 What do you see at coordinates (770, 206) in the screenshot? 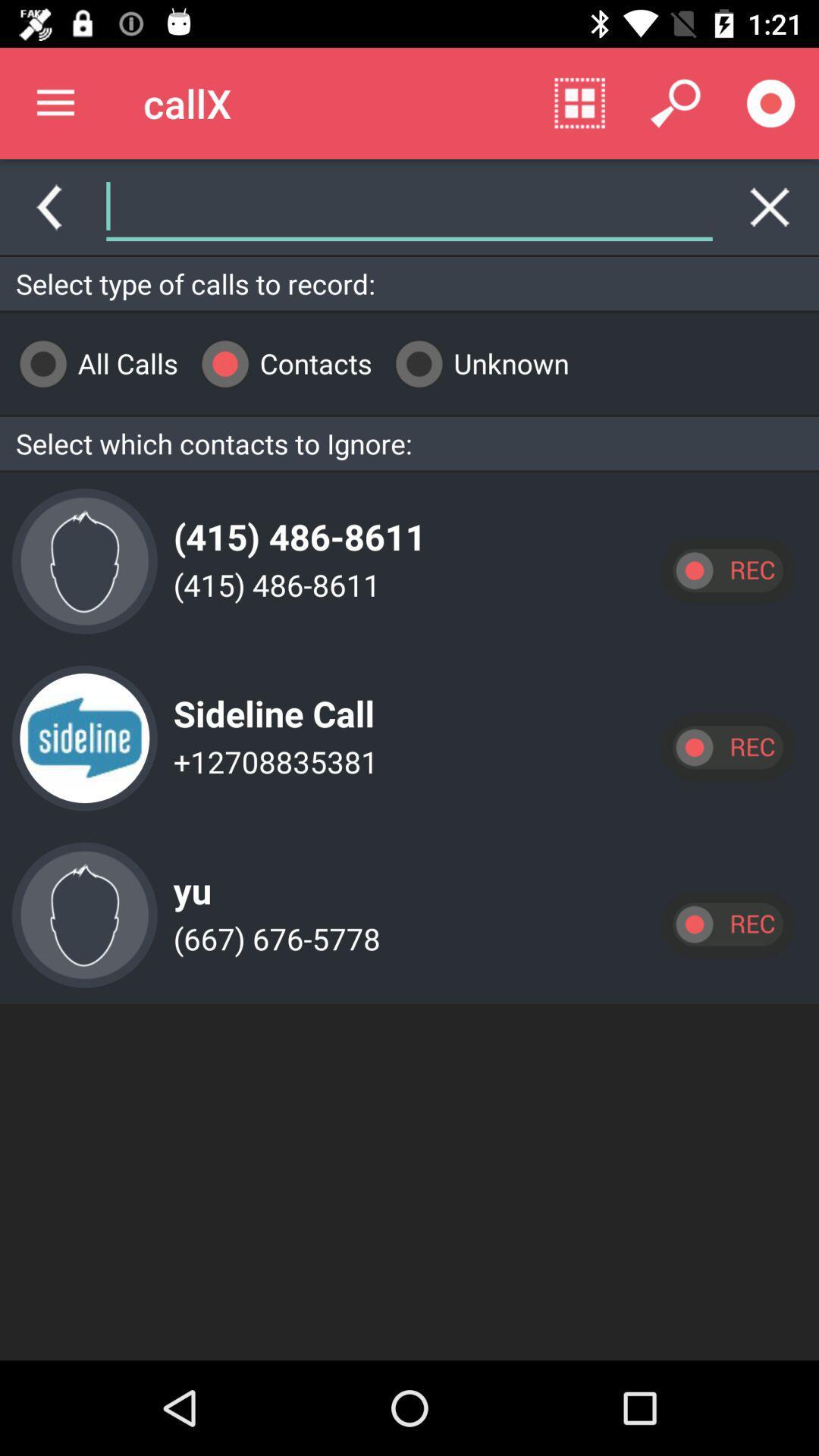
I see `cancel the search` at bounding box center [770, 206].